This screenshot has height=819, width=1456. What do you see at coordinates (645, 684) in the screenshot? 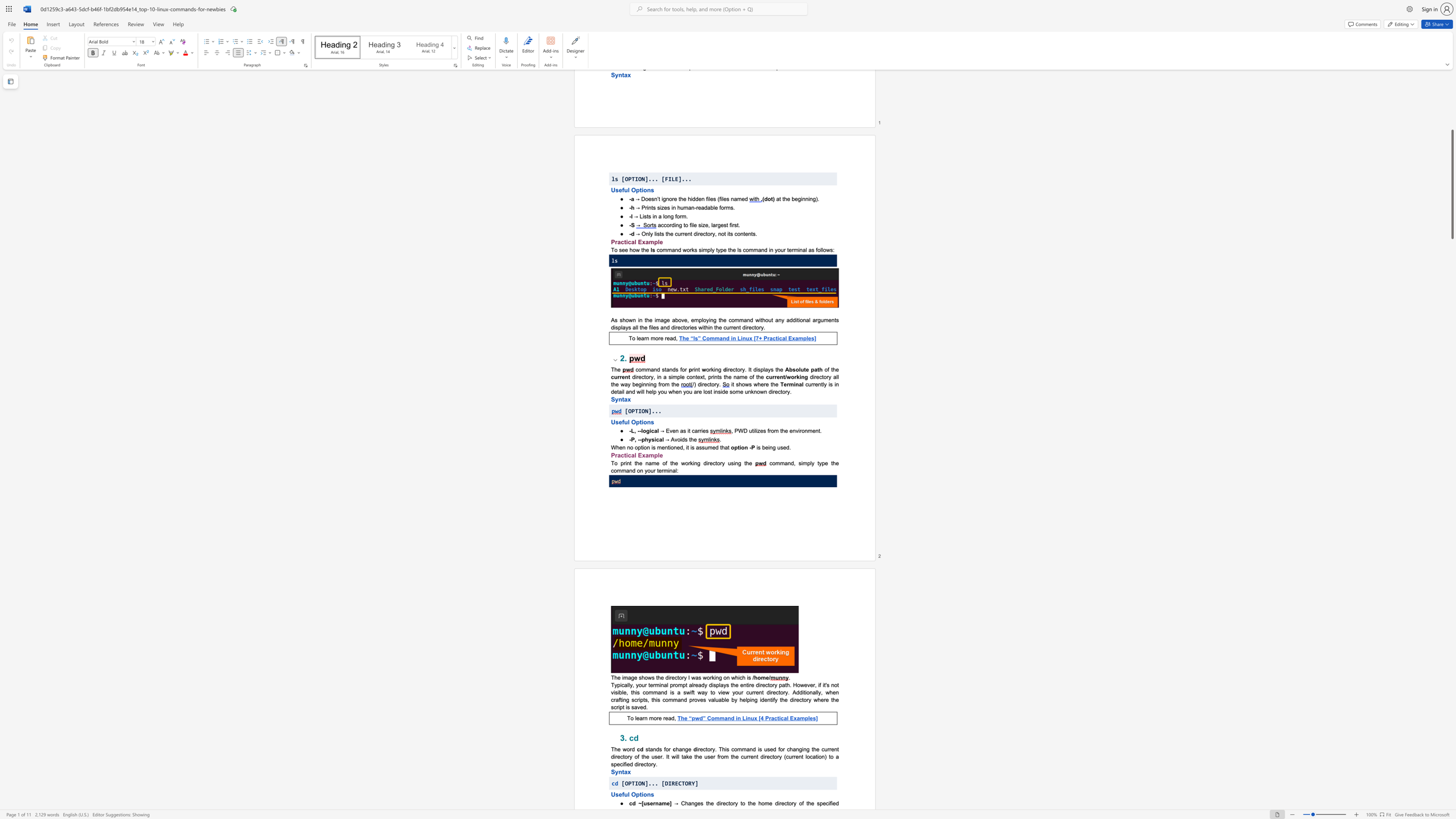
I see `the 1th character "r" in the text` at bounding box center [645, 684].